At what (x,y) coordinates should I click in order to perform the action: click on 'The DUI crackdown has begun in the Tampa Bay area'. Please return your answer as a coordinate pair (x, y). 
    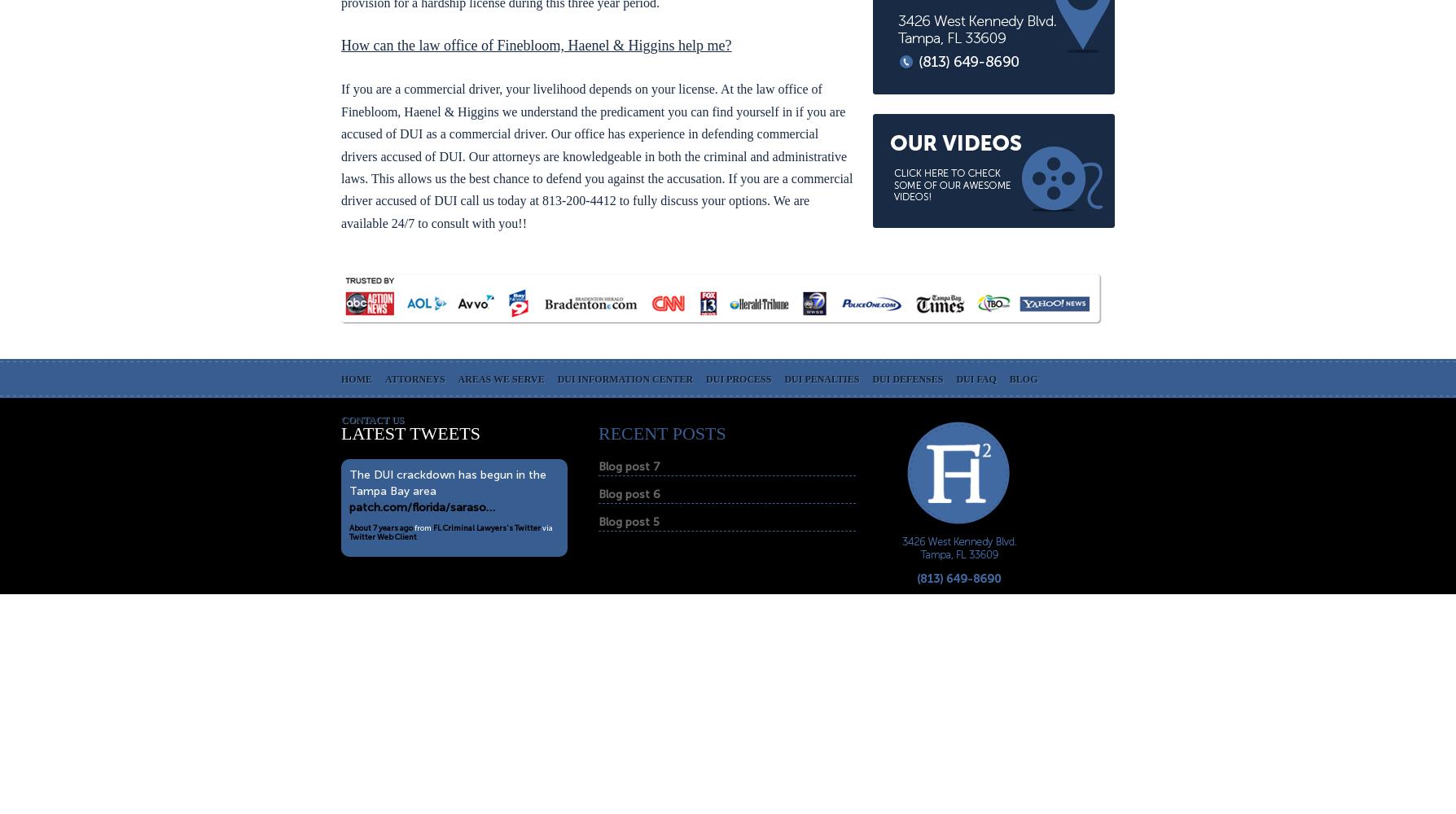
    Looking at the image, I should click on (348, 482).